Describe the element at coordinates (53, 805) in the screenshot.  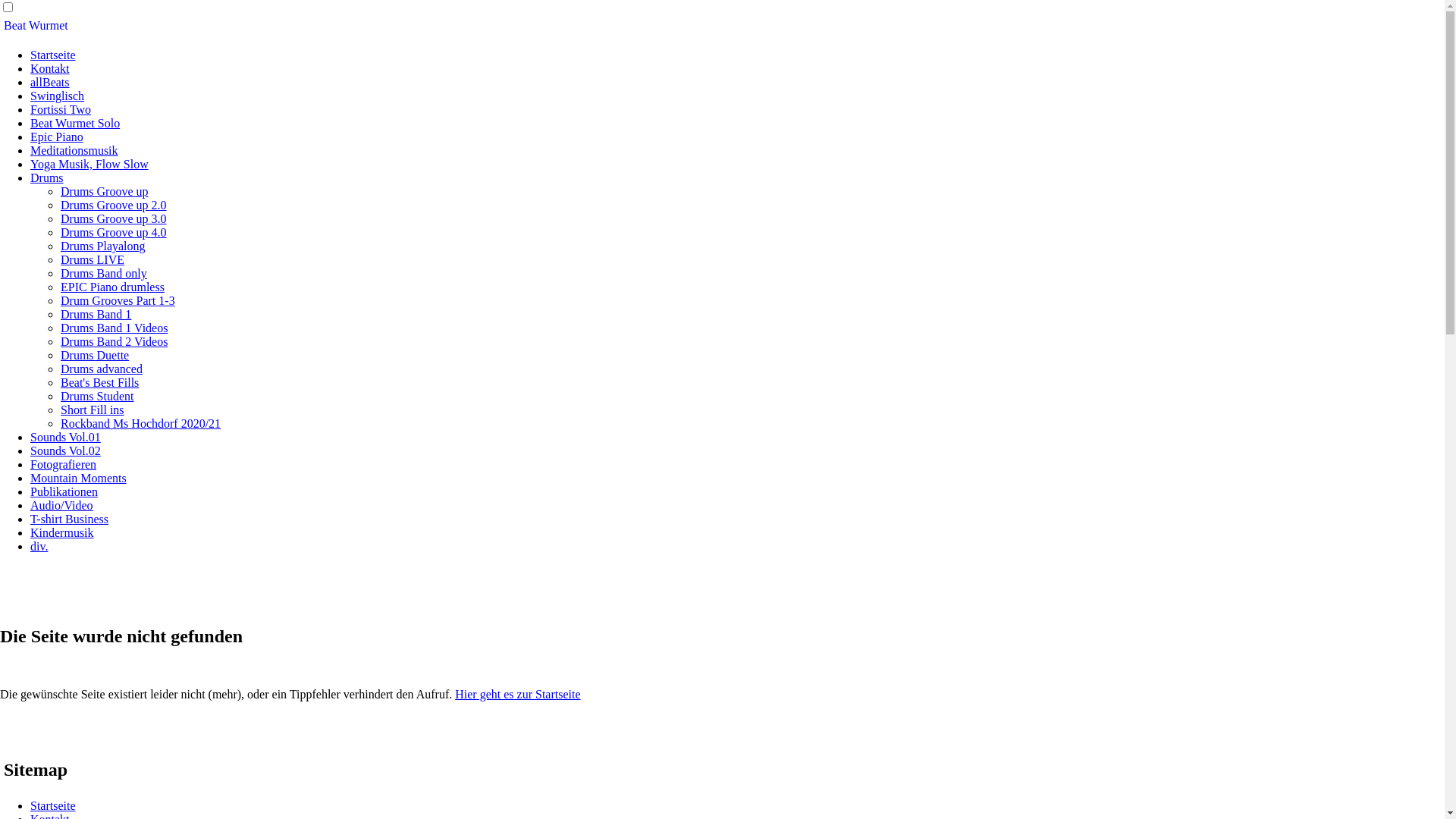
I see `'Startseite'` at that location.